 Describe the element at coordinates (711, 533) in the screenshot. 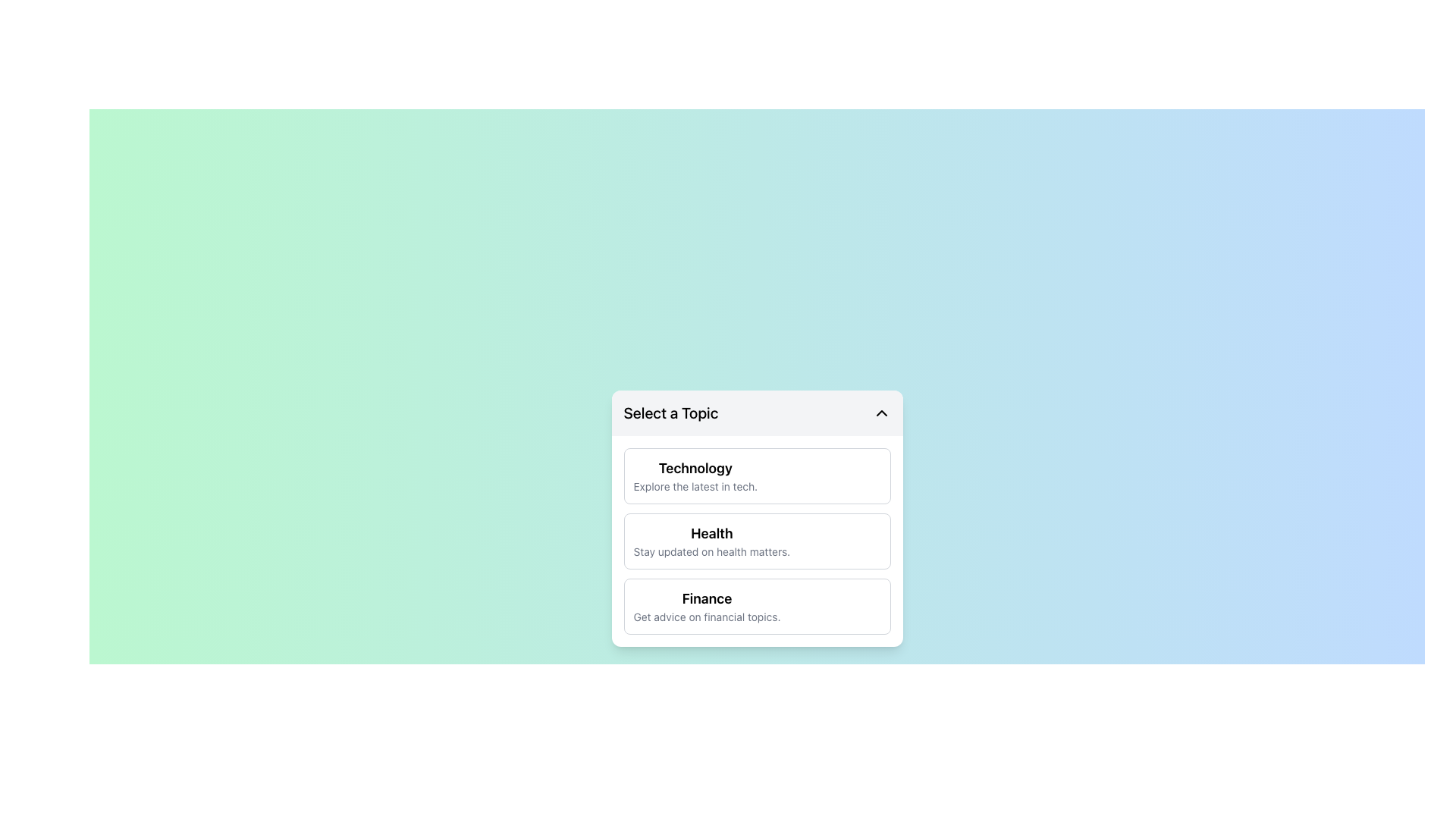

I see `the 'Health' text label, which is the heading in the second list item of the 'Select a Topic' group` at that location.